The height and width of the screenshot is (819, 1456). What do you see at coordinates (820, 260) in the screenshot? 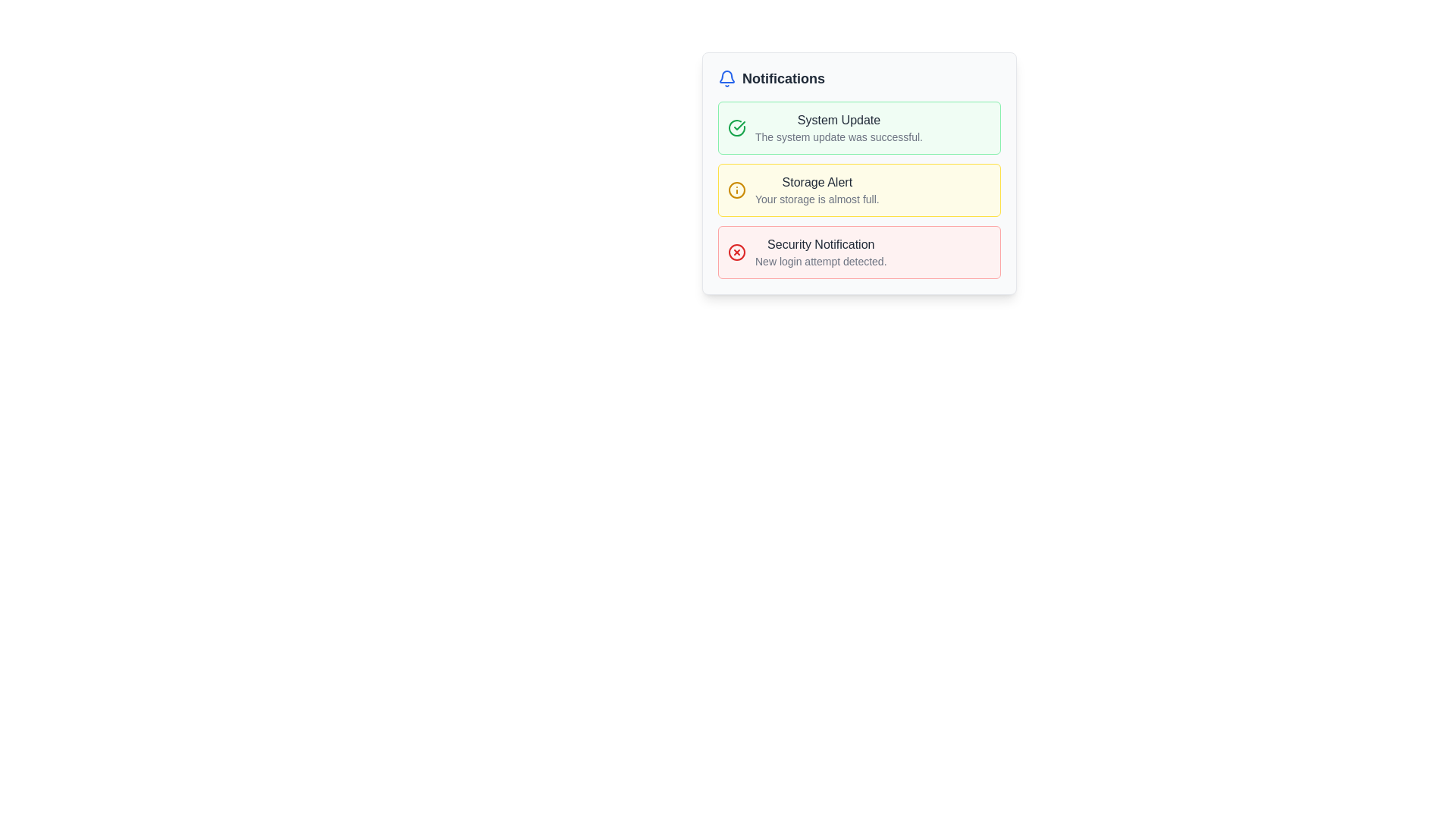
I see `text content of the text label that says 'New login attempt detected.' which is styled in gray and located within the notification box below the heading 'Security Notification'` at bounding box center [820, 260].